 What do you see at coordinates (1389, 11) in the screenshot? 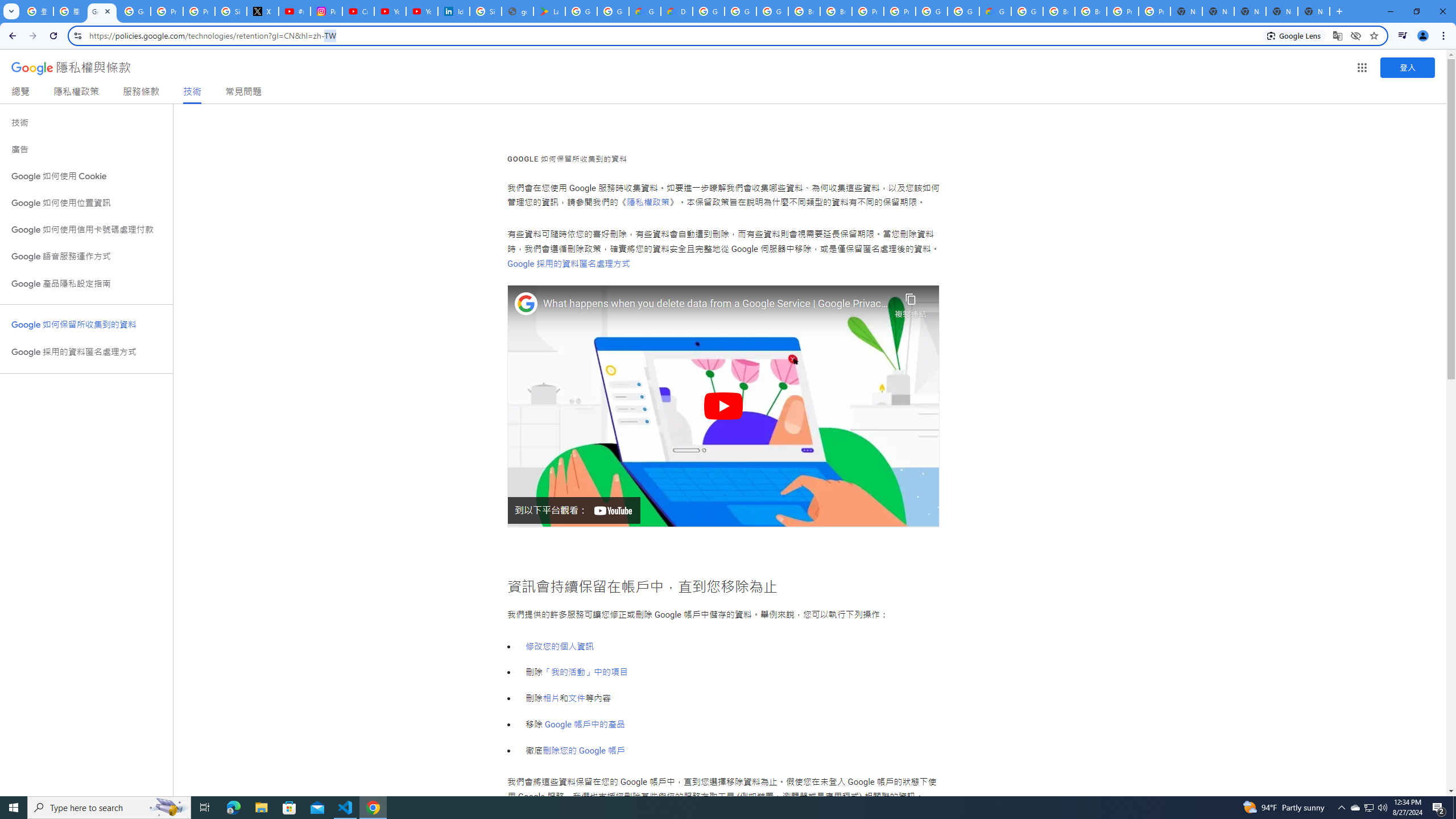
I see `'Minimize'` at bounding box center [1389, 11].